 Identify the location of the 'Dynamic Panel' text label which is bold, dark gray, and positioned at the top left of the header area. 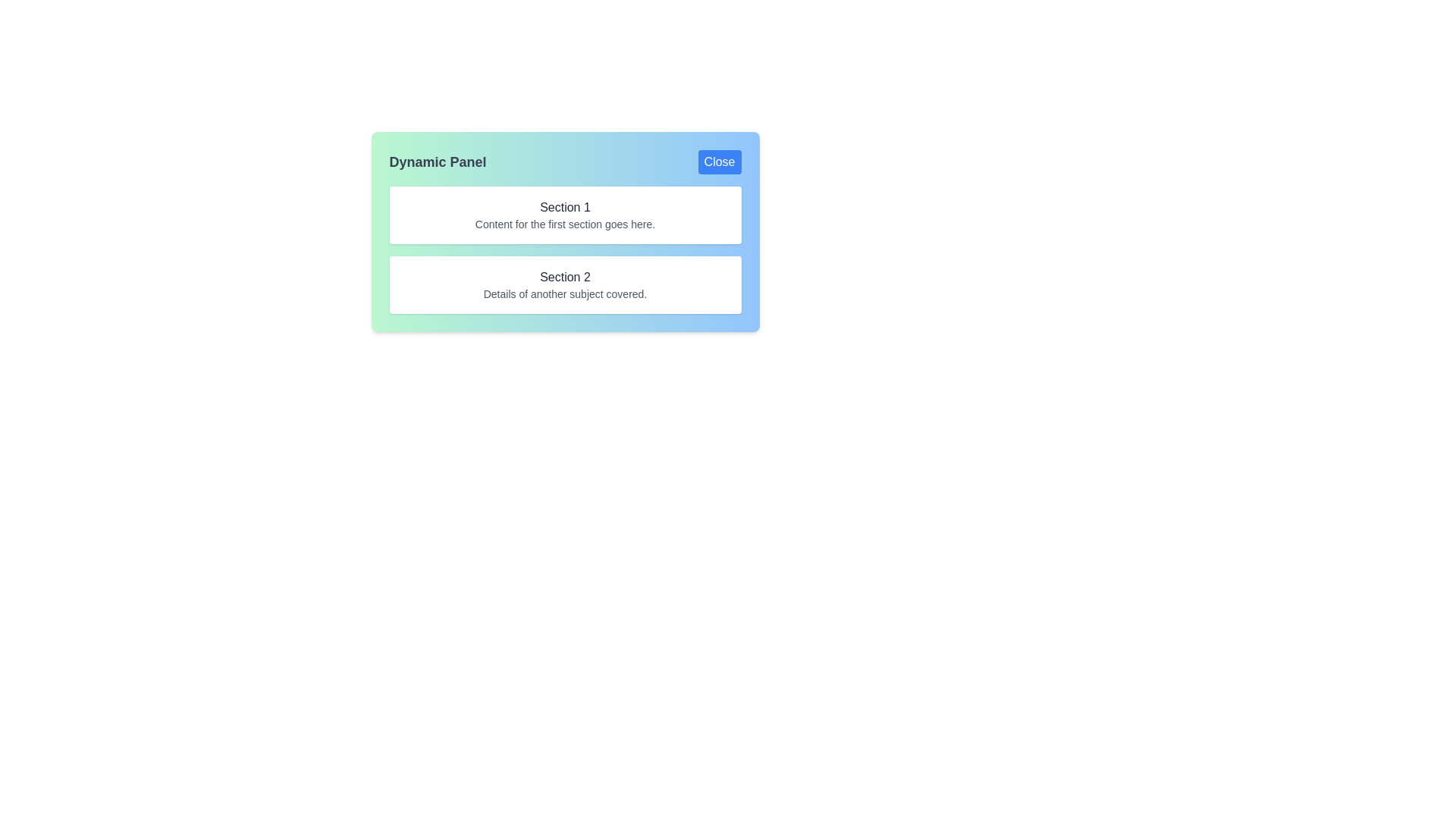
(437, 162).